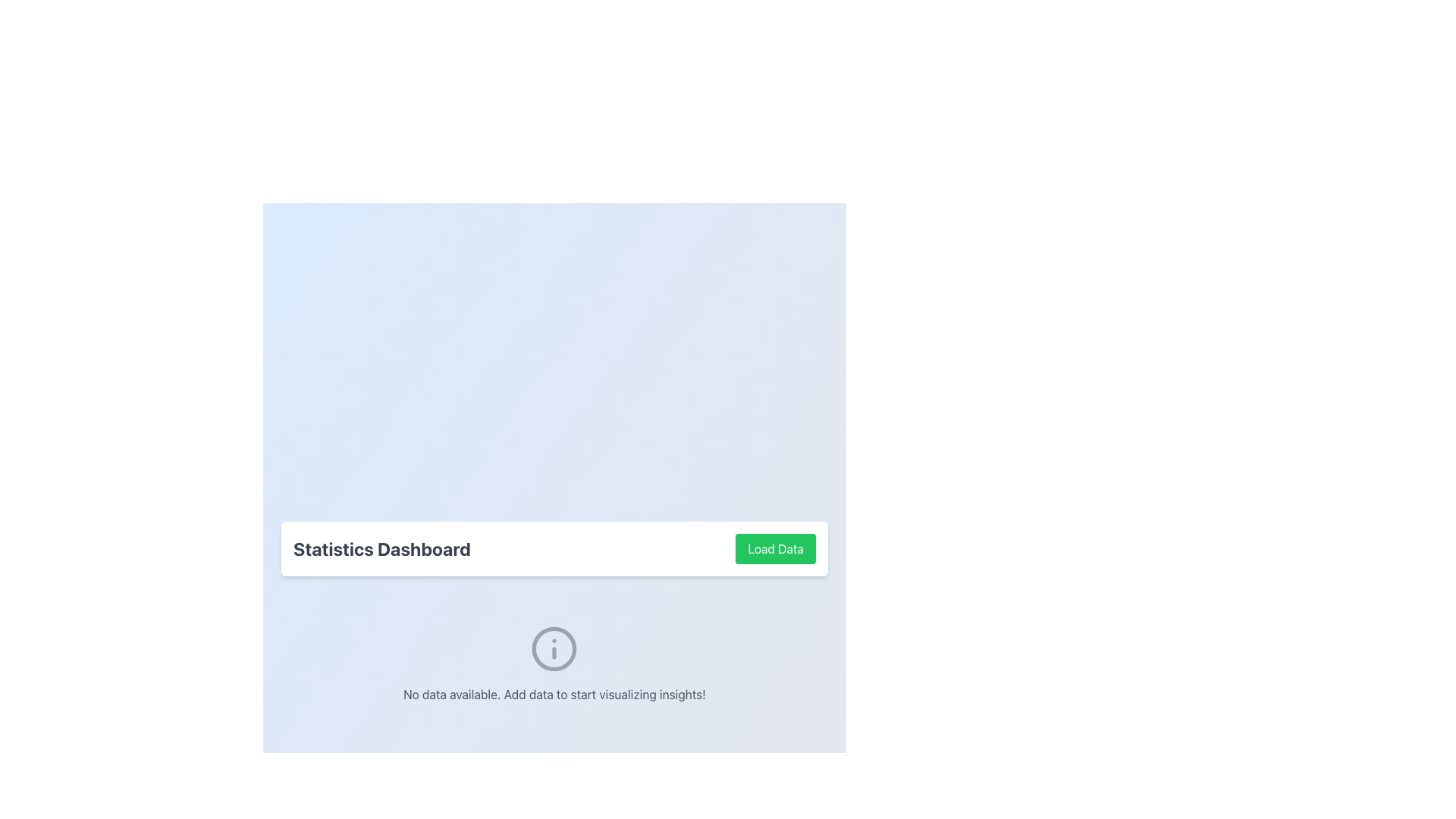 Image resolution: width=1456 pixels, height=819 pixels. Describe the element at coordinates (554, 663) in the screenshot. I see `the circular 'info' icon above the text 'No data available. Add data to start visualizing insights!' in the informational message section` at that location.